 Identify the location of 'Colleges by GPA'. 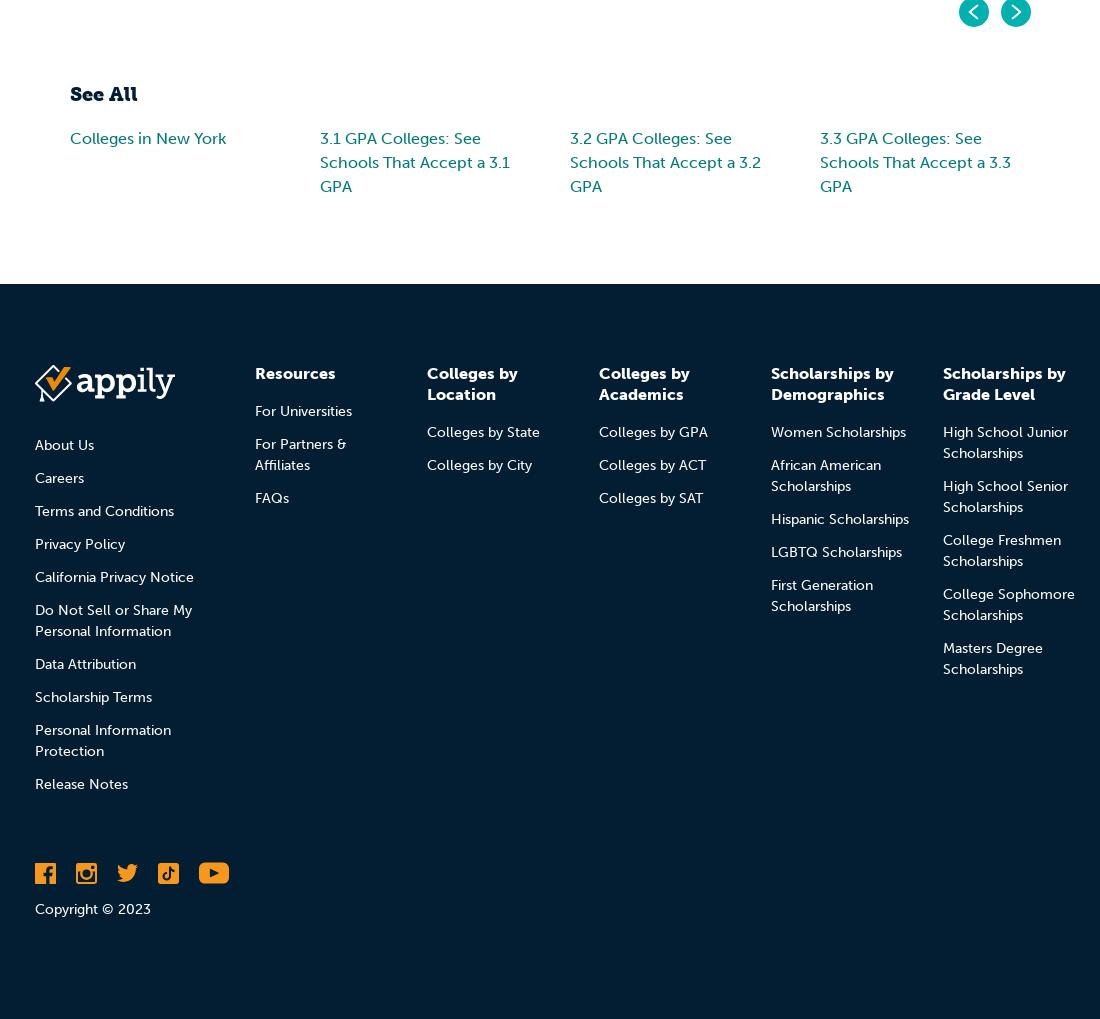
(653, 431).